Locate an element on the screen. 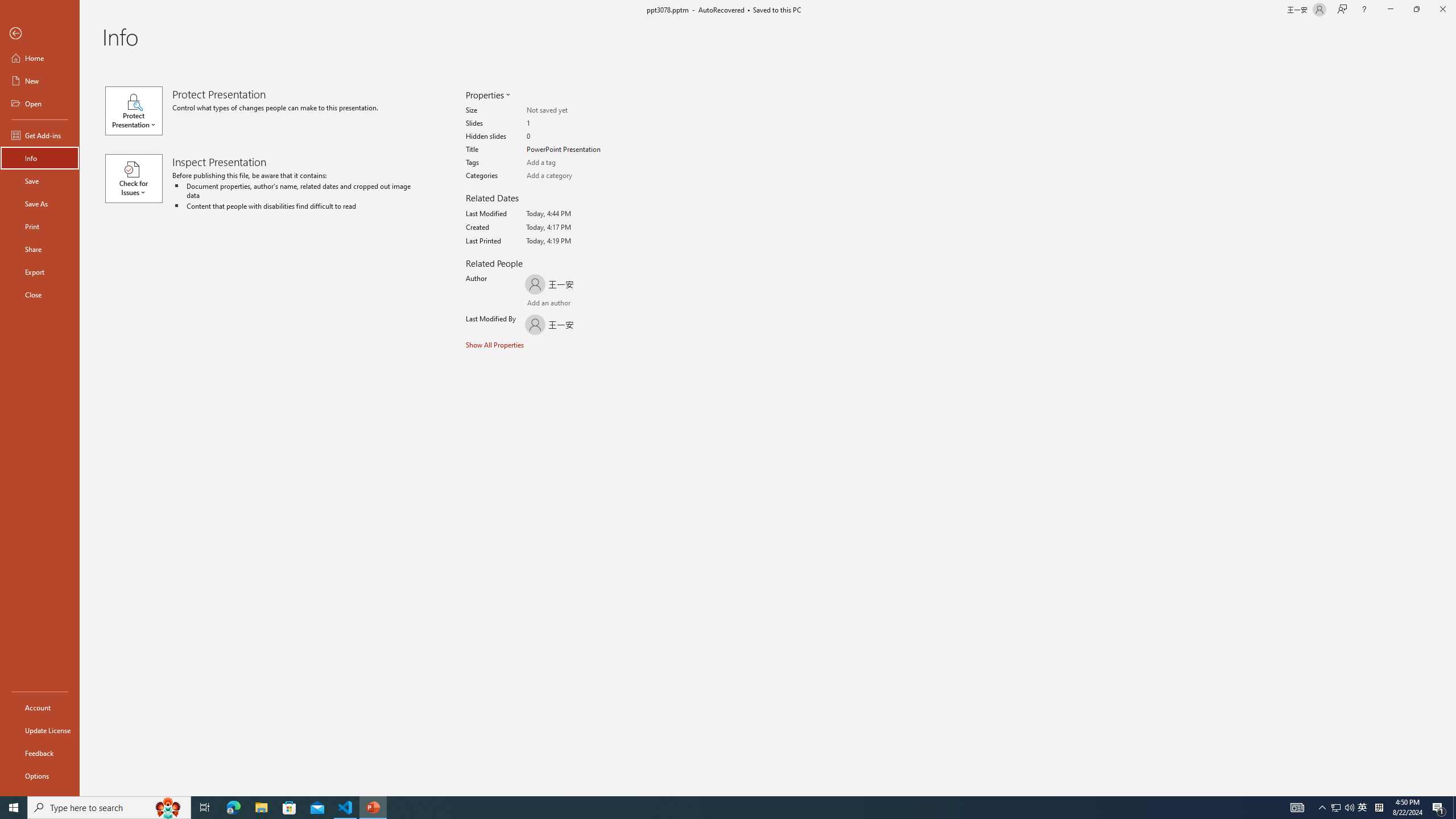  'Save As' is located at coordinates (39, 202).